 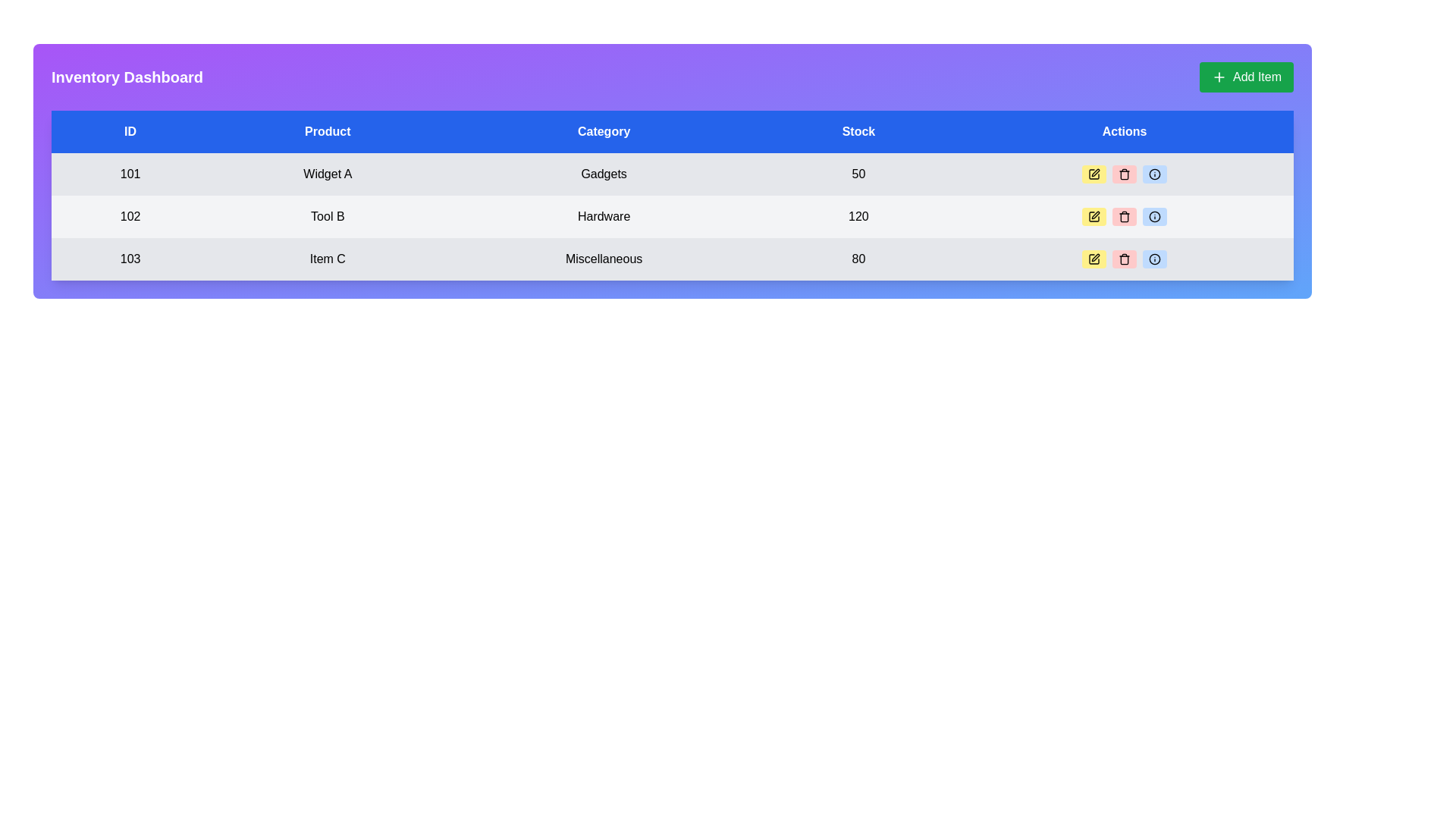 What do you see at coordinates (603, 216) in the screenshot?
I see `the table cell displaying the category 'Hardware' for the product 'Tool B' in the third column of the data table` at bounding box center [603, 216].